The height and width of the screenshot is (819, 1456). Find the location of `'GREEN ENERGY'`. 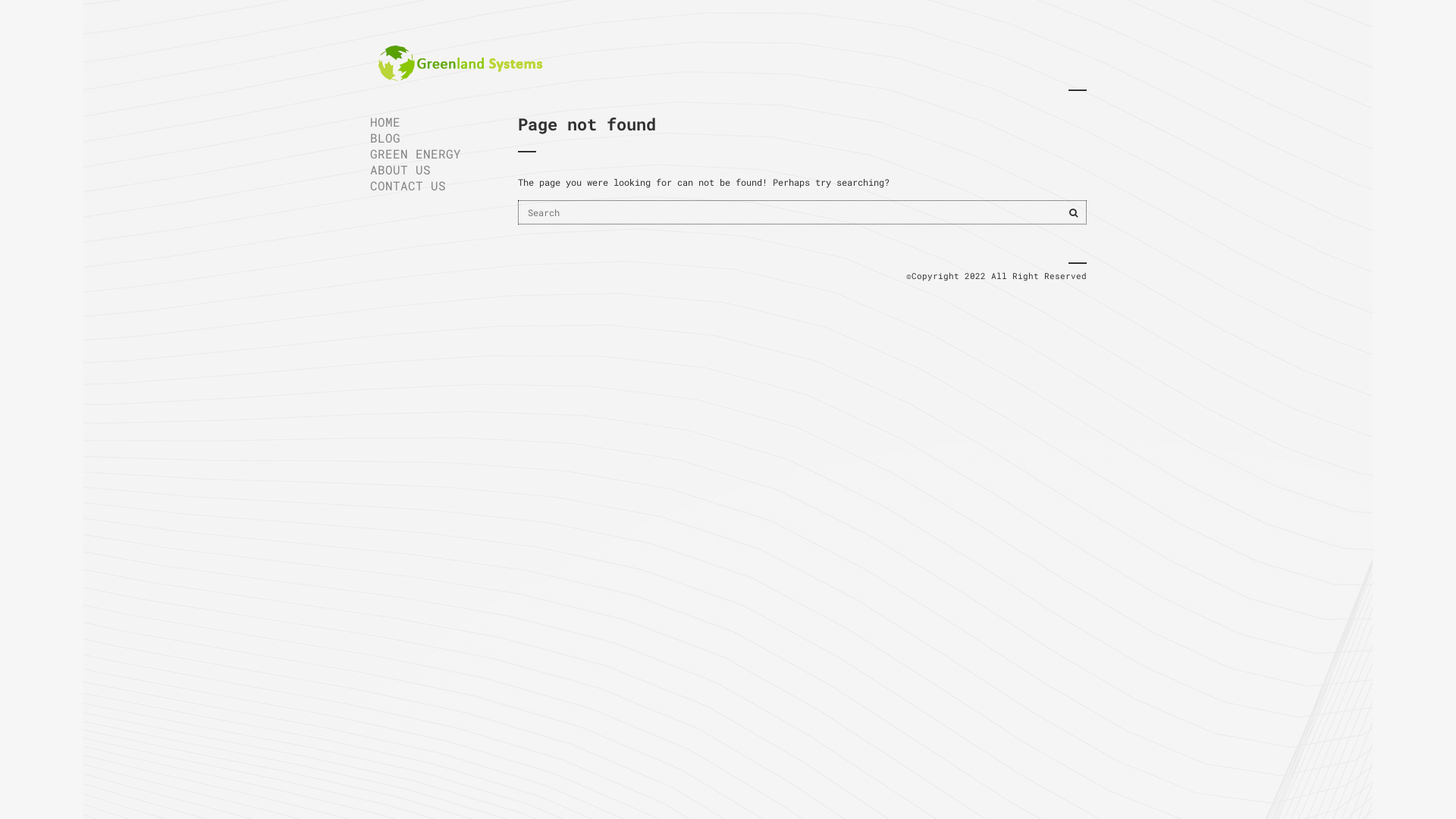

'GREEN ENERGY' is located at coordinates (431, 153).